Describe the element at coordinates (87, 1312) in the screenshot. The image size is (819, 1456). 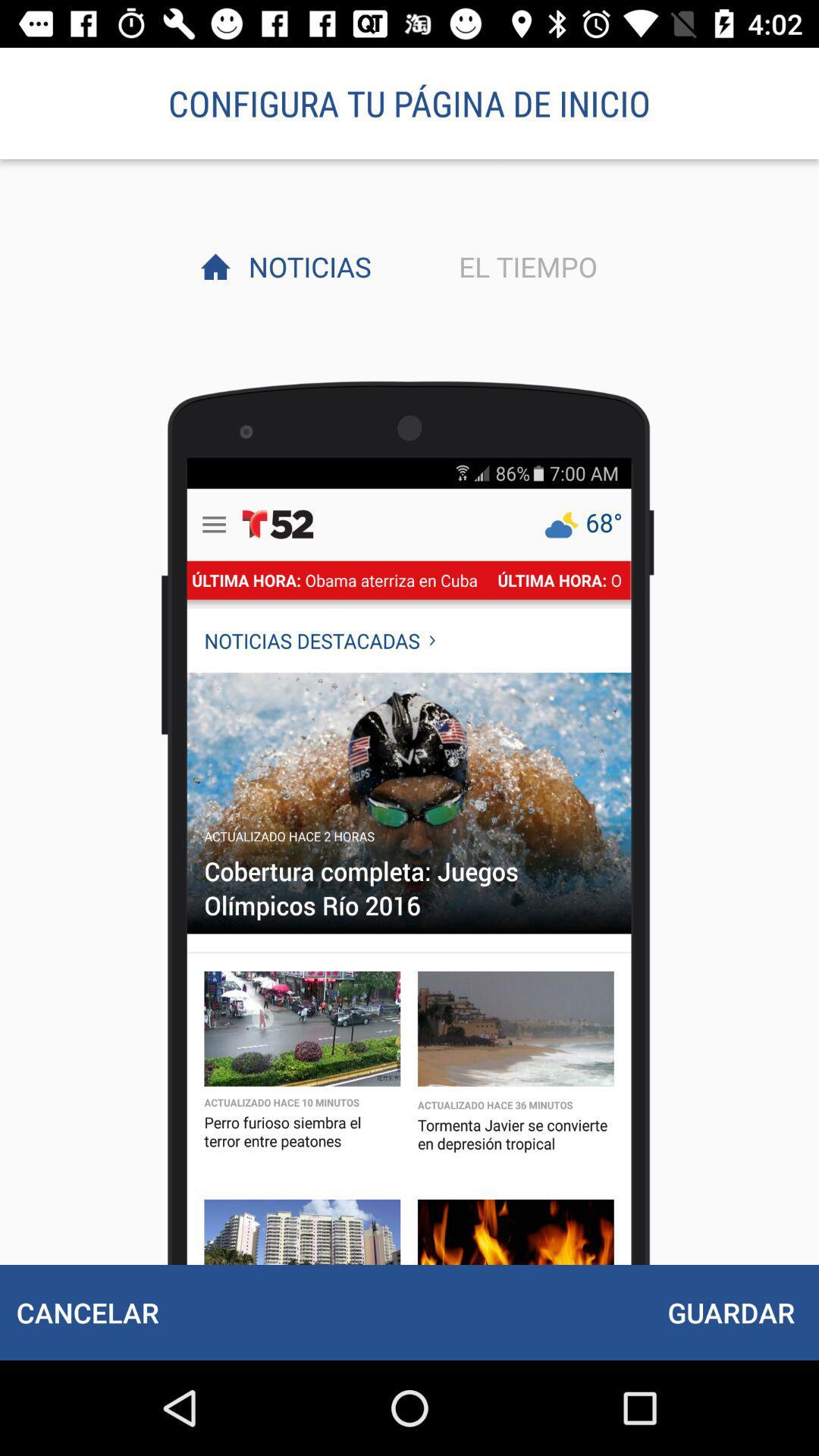
I see `the icon to the left of guardar icon` at that location.